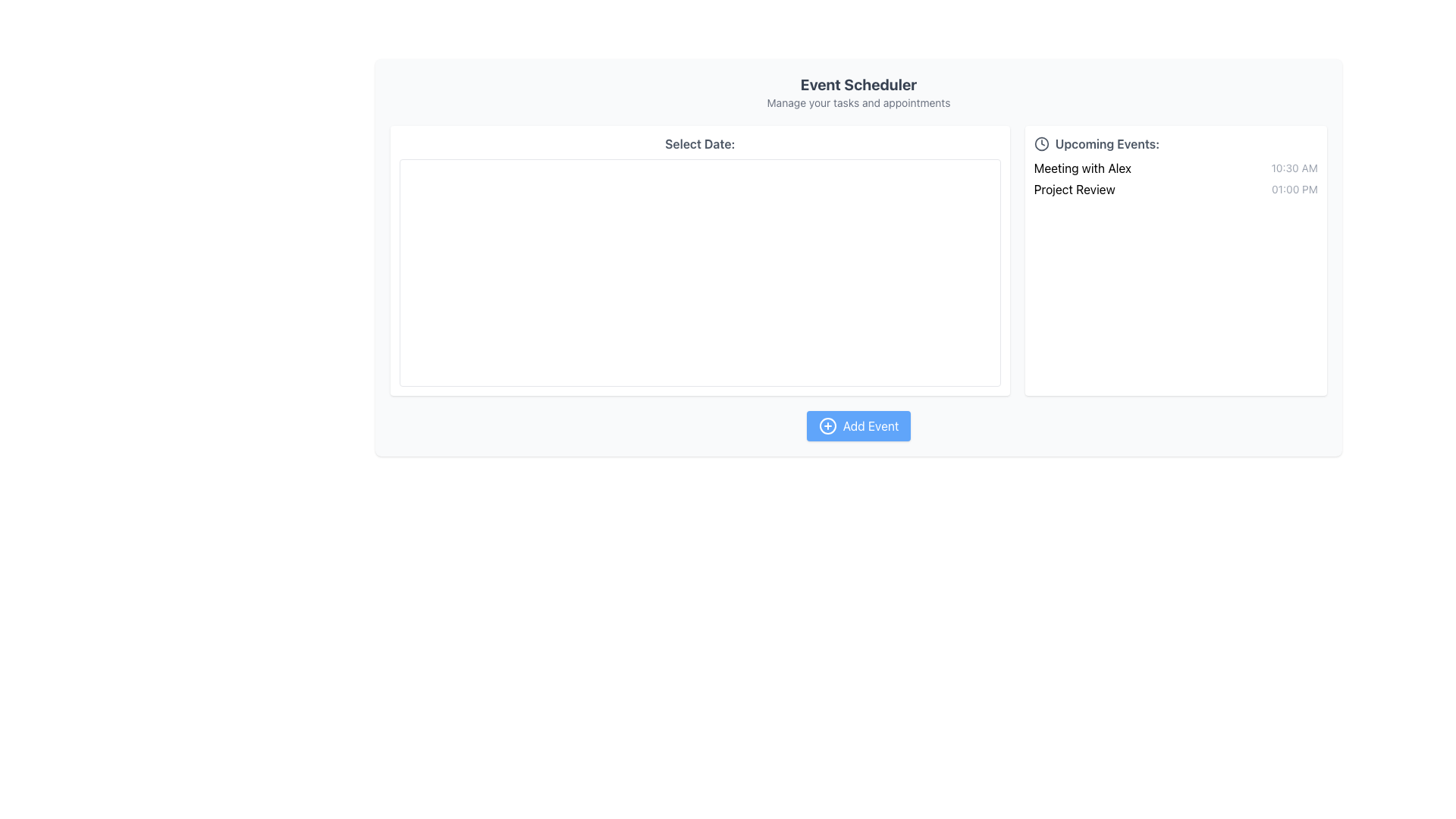  I want to click on the second list item in the 'Upcoming Events' panel, which displays the event name 'Project Review' and the time '01:00 PM', so click(1175, 189).